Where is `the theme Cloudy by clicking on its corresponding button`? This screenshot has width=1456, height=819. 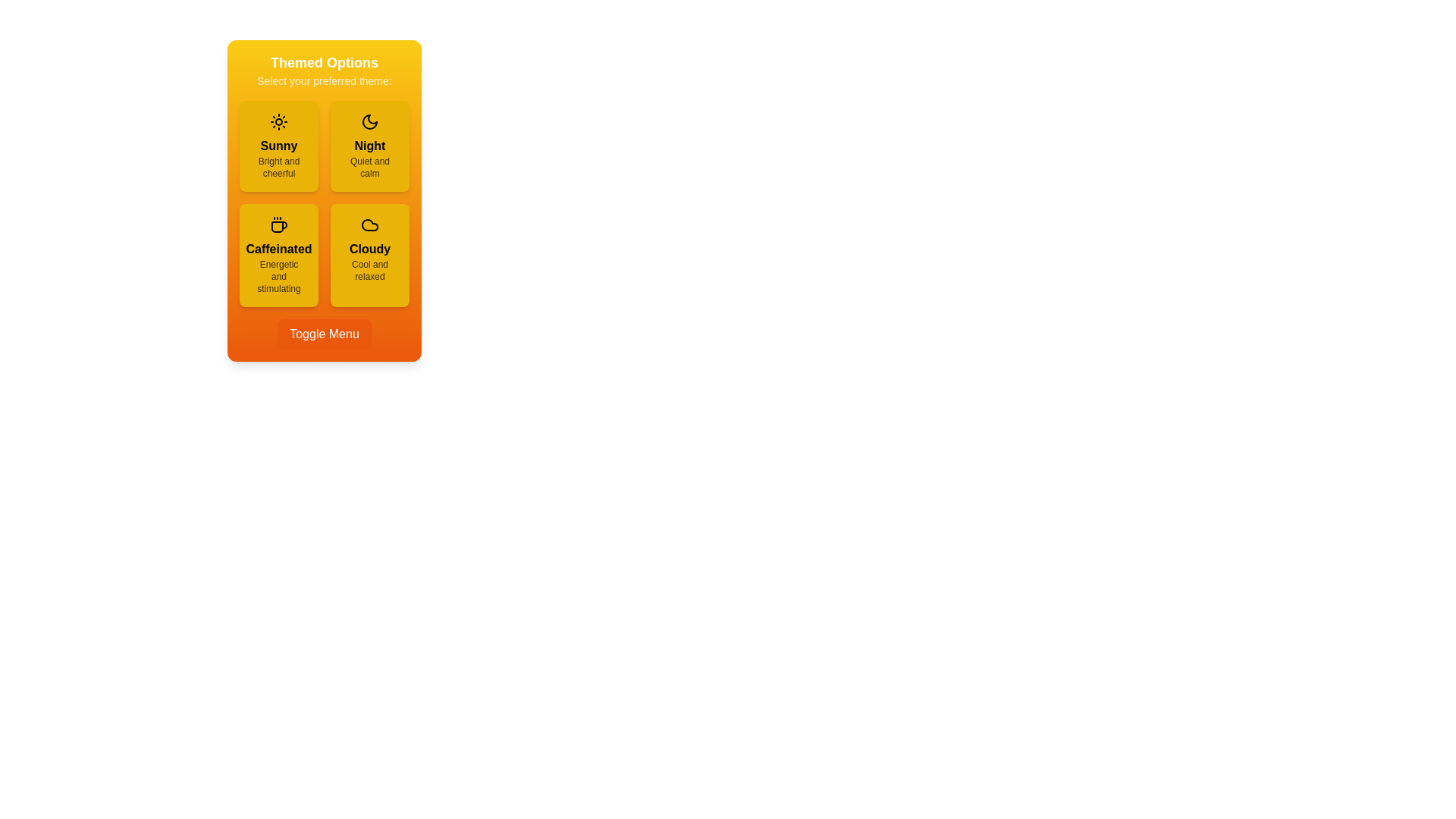 the theme Cloudy by clicking on its corresponding button is located at coordinates (370, 254).